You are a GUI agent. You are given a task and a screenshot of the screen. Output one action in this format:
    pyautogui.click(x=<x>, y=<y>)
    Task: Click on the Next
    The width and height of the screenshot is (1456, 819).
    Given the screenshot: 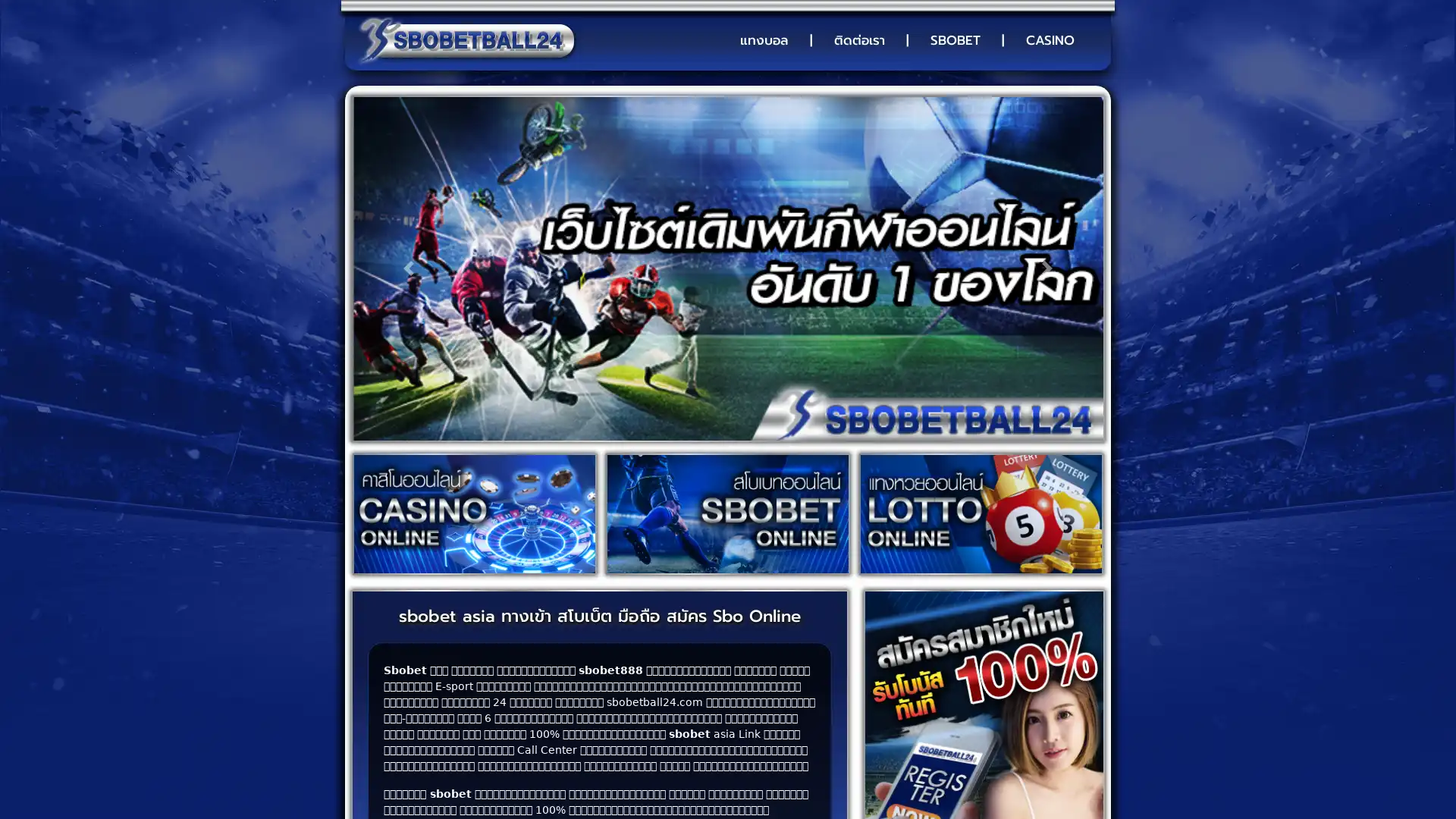 What is the action you would take?
    pyautogui.click(x=1046, y=268)
    